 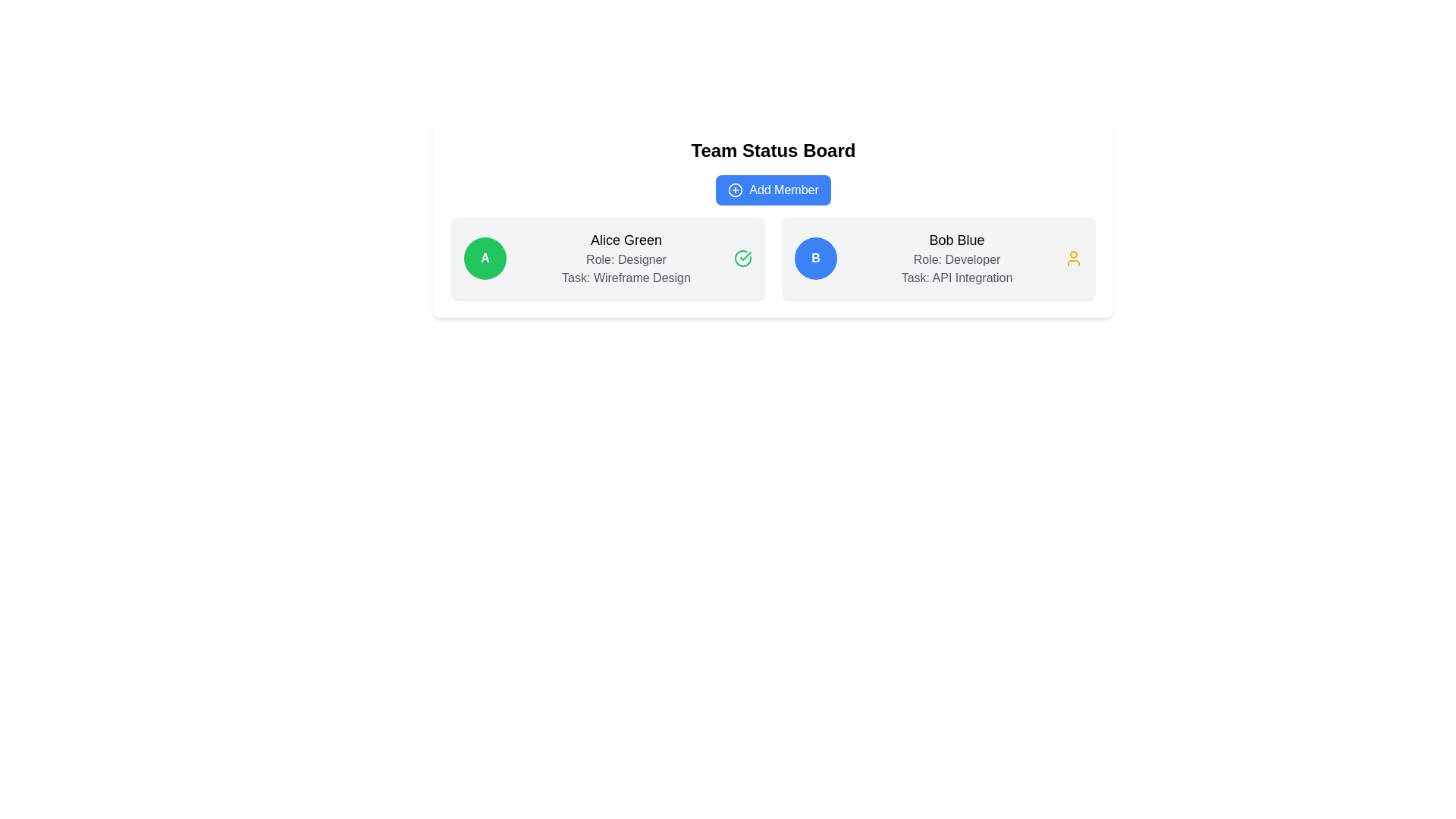 I want to click on the informational text element that displays 'Task: Wireframe Design', which is styled in gray and located beneath the name 'Alice Green' and the role 'Designer', so click(x=626, y=278).